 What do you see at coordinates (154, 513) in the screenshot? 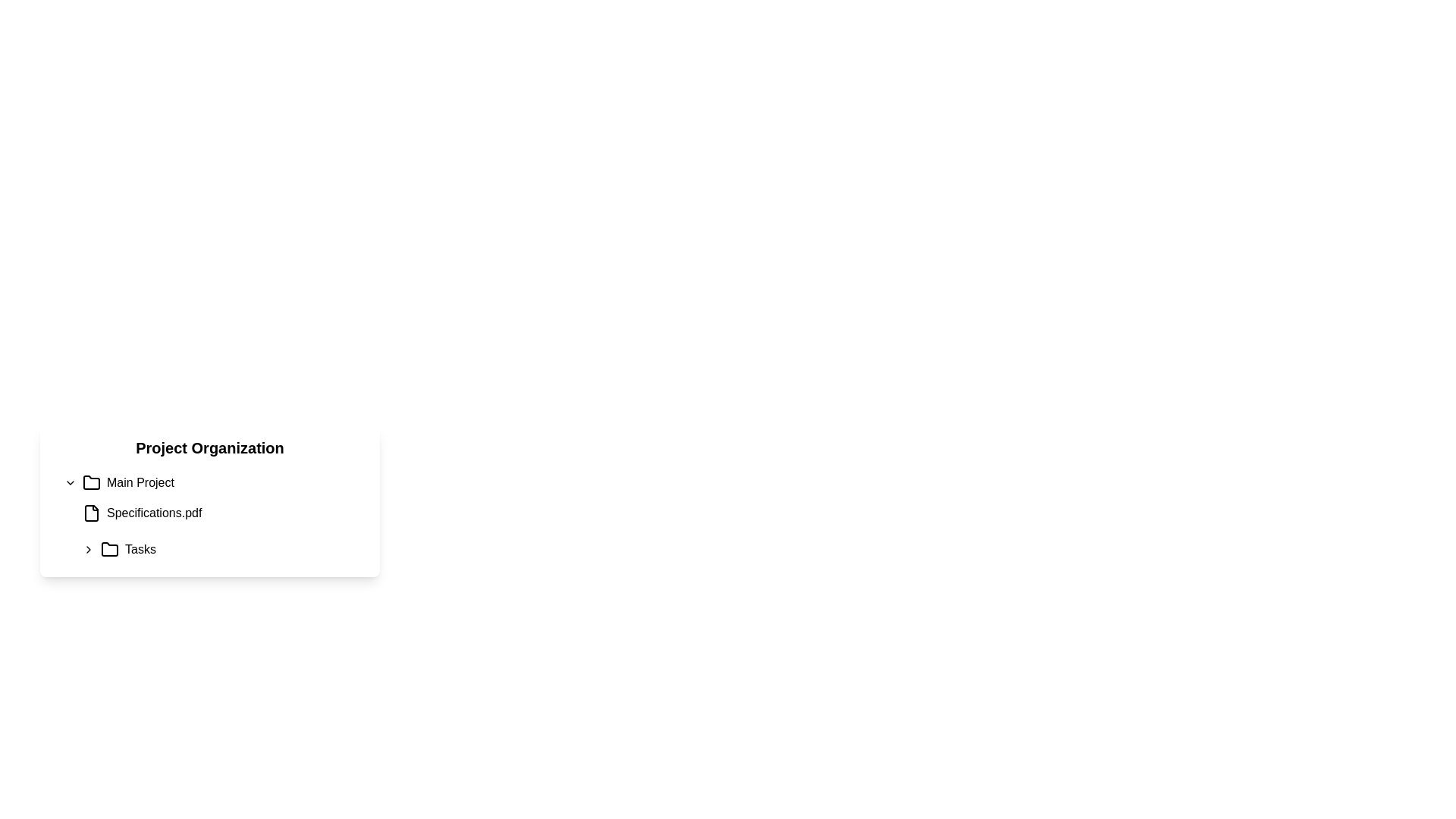
I see `the label displaying the filename 'Specifications.pdf'` at bounding box center [154, 513].